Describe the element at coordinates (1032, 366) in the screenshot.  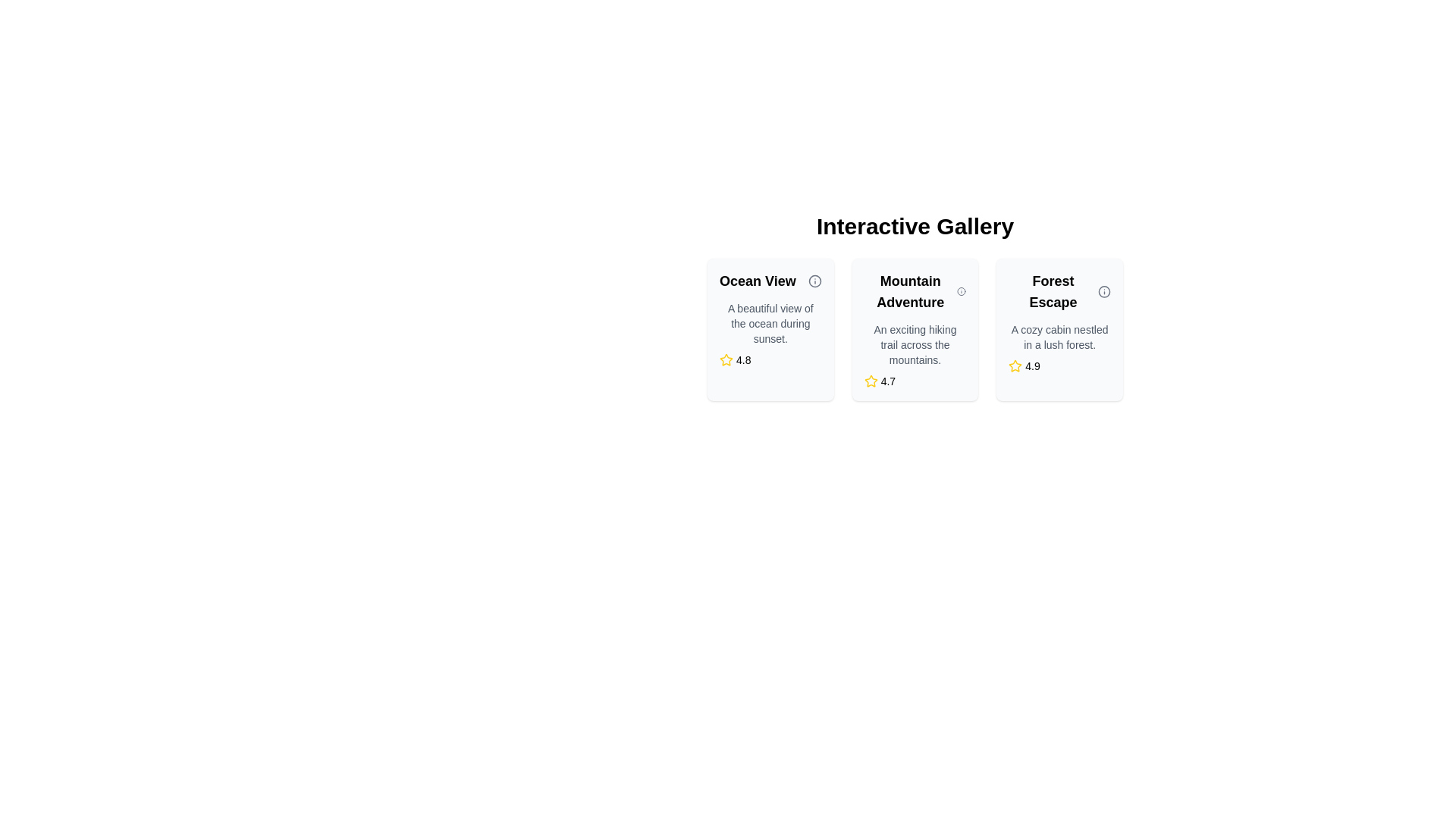
I see `the text label displaying the rating score adjacent to the yellow star icon at the bottom of the 'Forest Escape' card` at that location.